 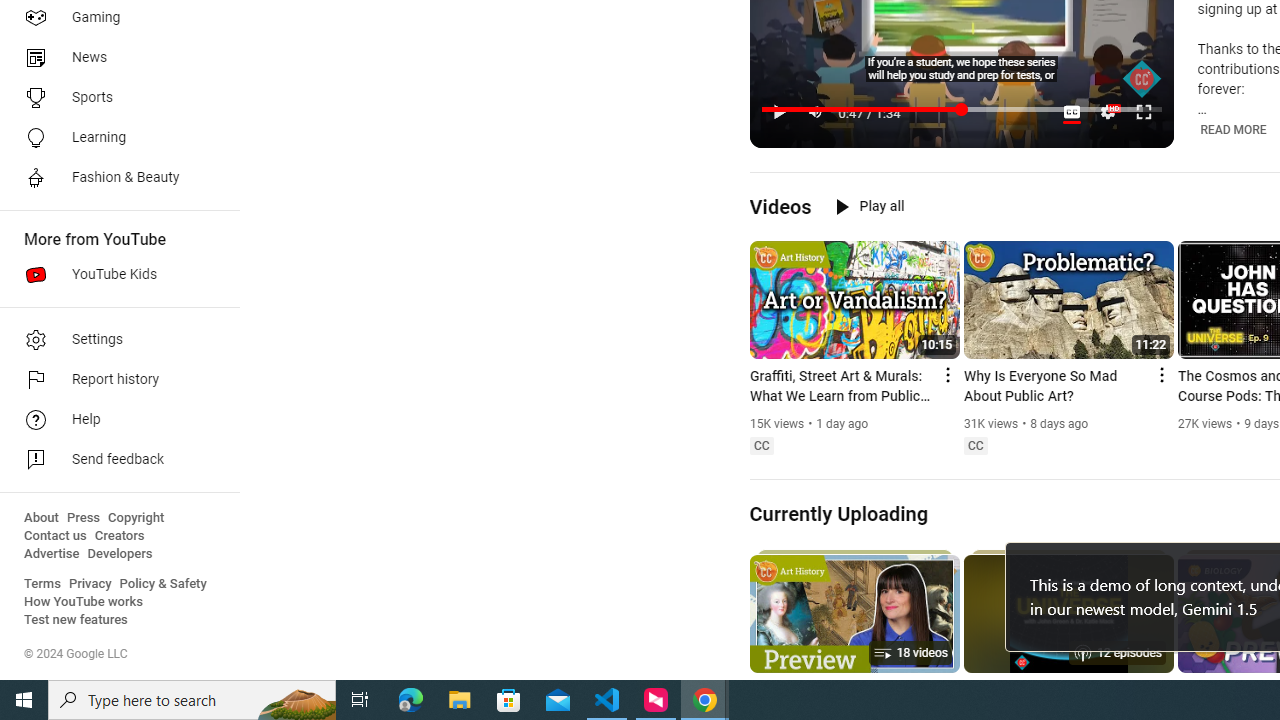 What do you see at coordinates (55, 535) in the screenshot?
I see `'Contact us'` at bounding box center [55, 535].